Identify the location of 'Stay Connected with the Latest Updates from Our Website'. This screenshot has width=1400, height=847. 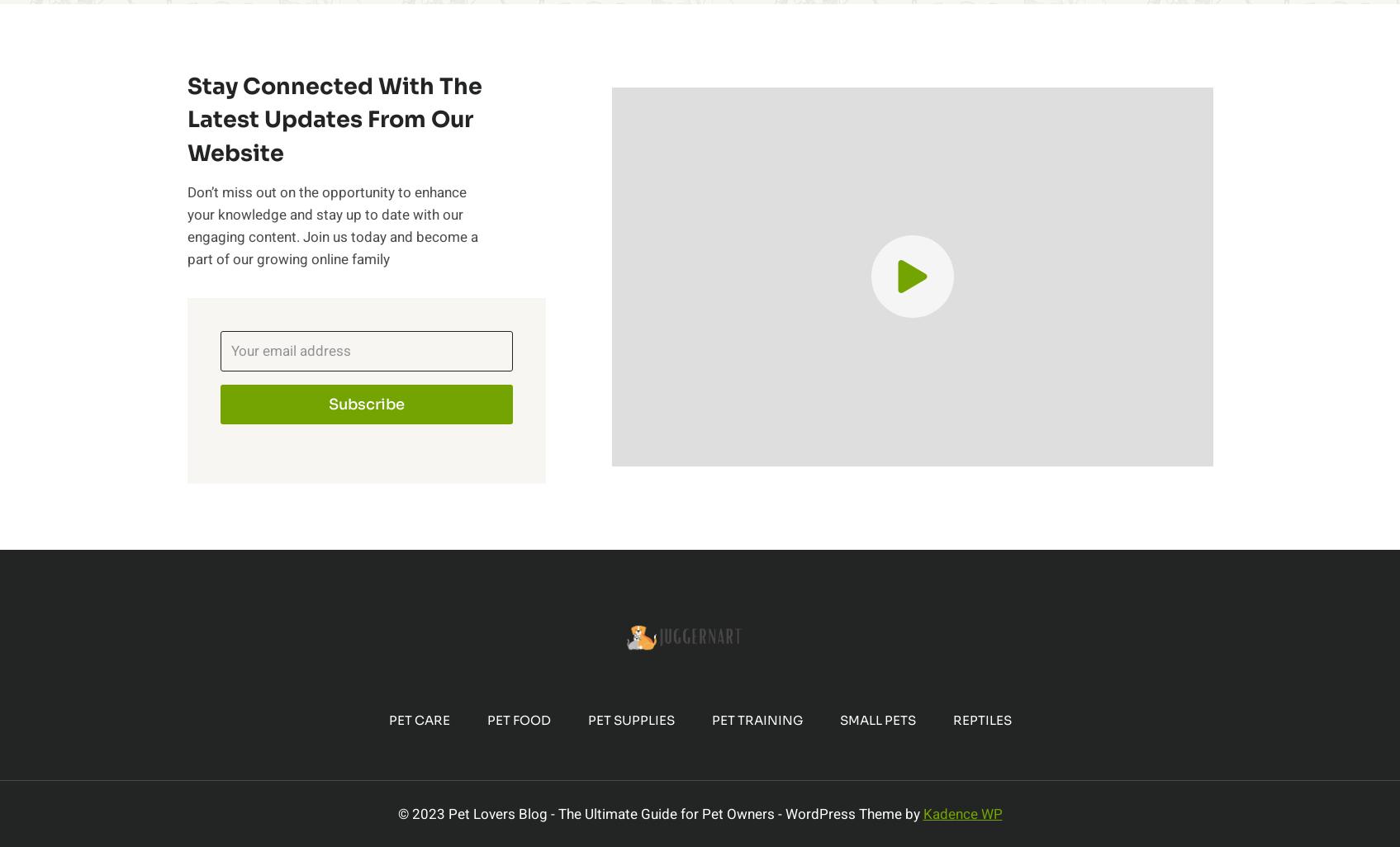
(185, 119).